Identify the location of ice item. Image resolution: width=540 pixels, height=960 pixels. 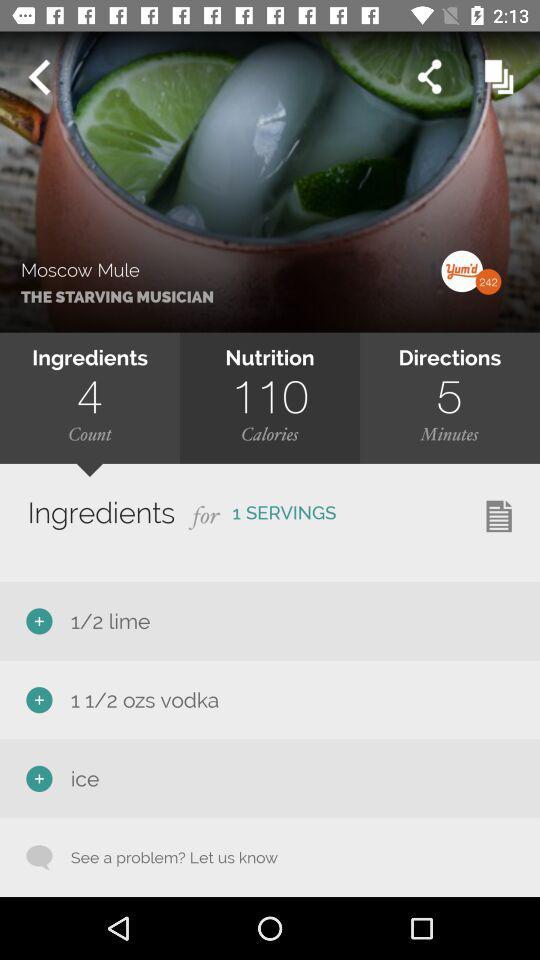
(80, 777).